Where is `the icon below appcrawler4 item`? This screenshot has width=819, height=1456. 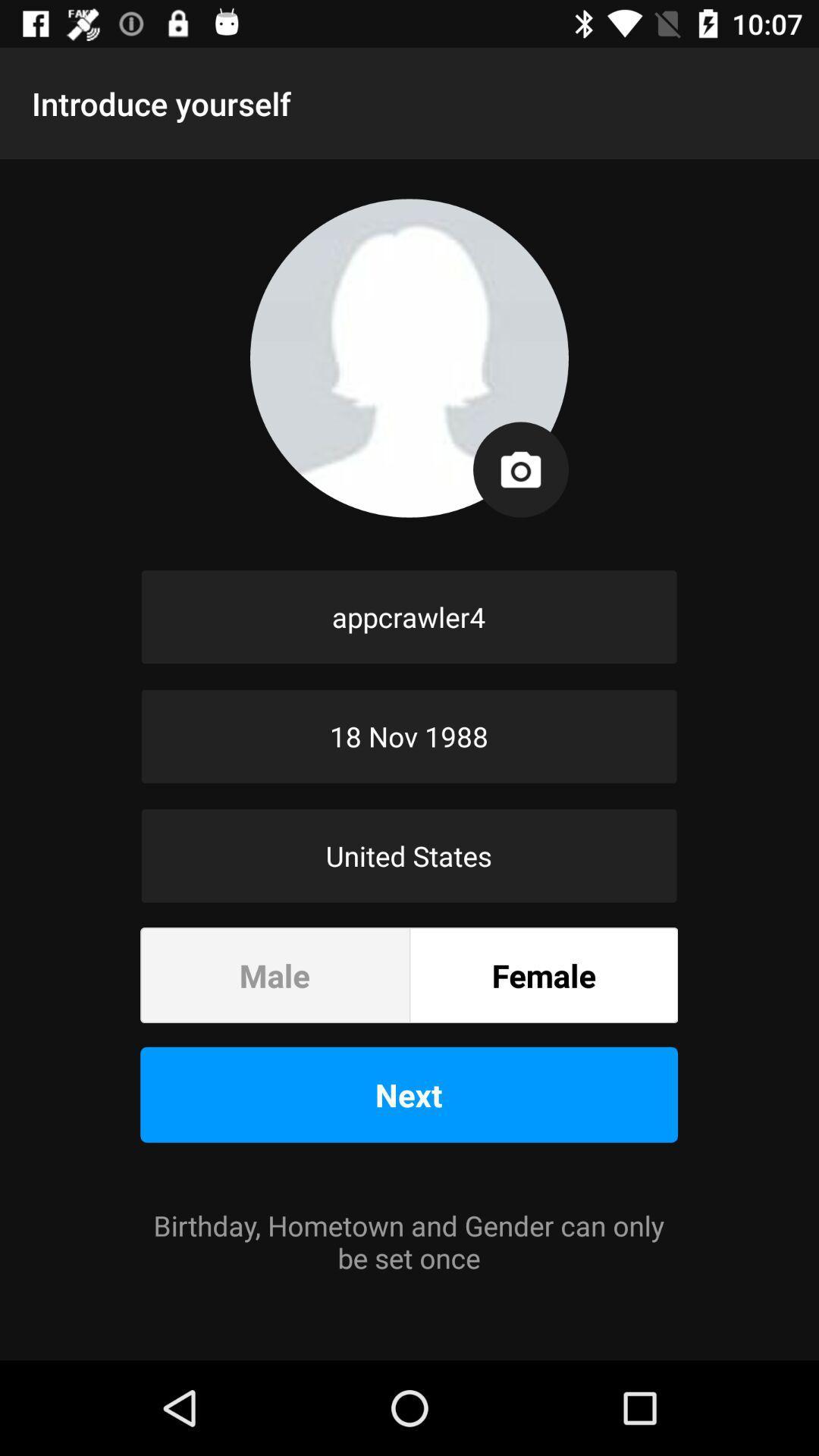
the icon below appcrawler4 item is located at coordinates (408, 736).